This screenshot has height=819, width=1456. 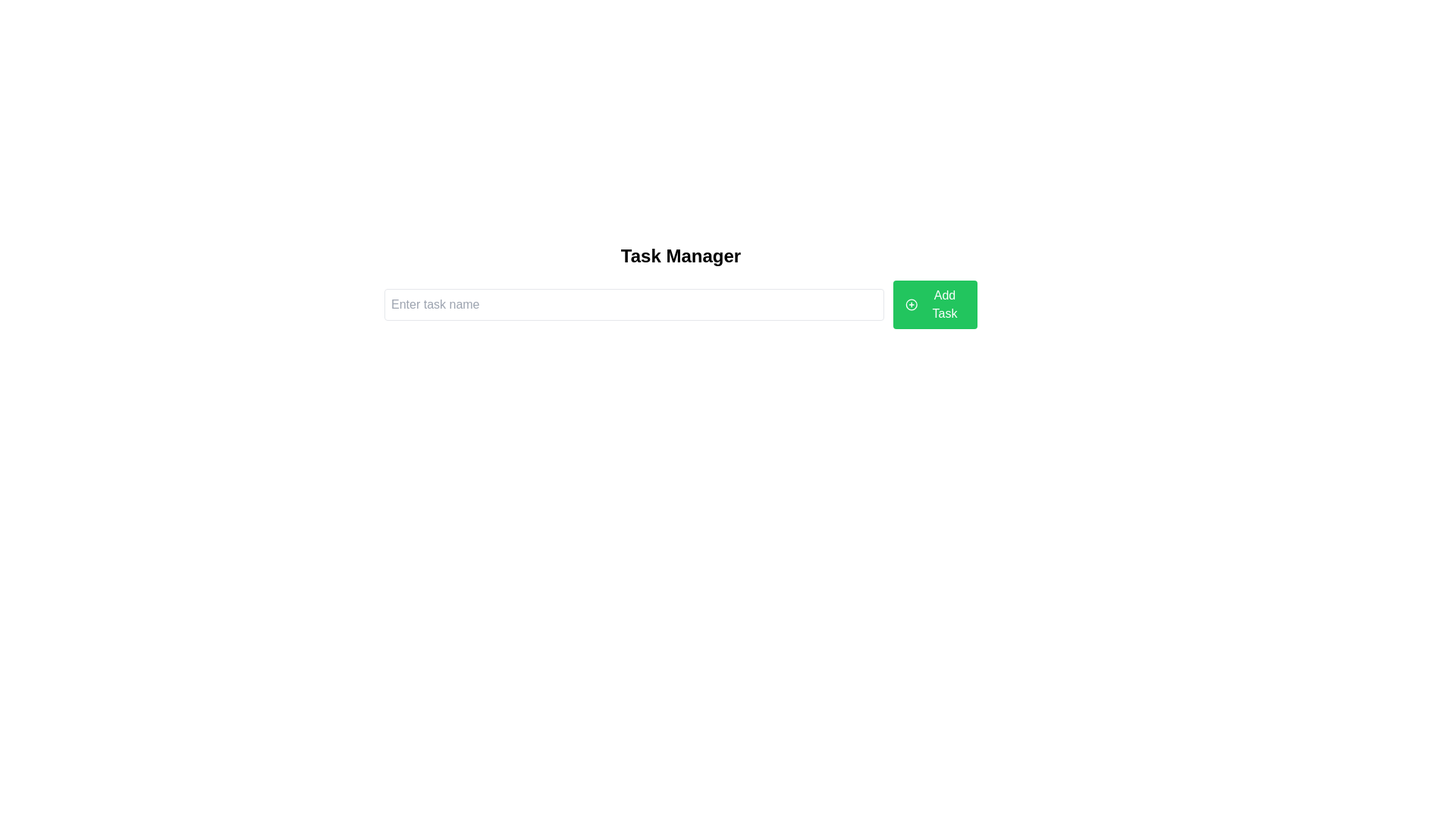 I want to click on the 'Task Manager' text header, which is displayed in bold, large font at the center of the page above all other elements, so click(x=679, y=256).